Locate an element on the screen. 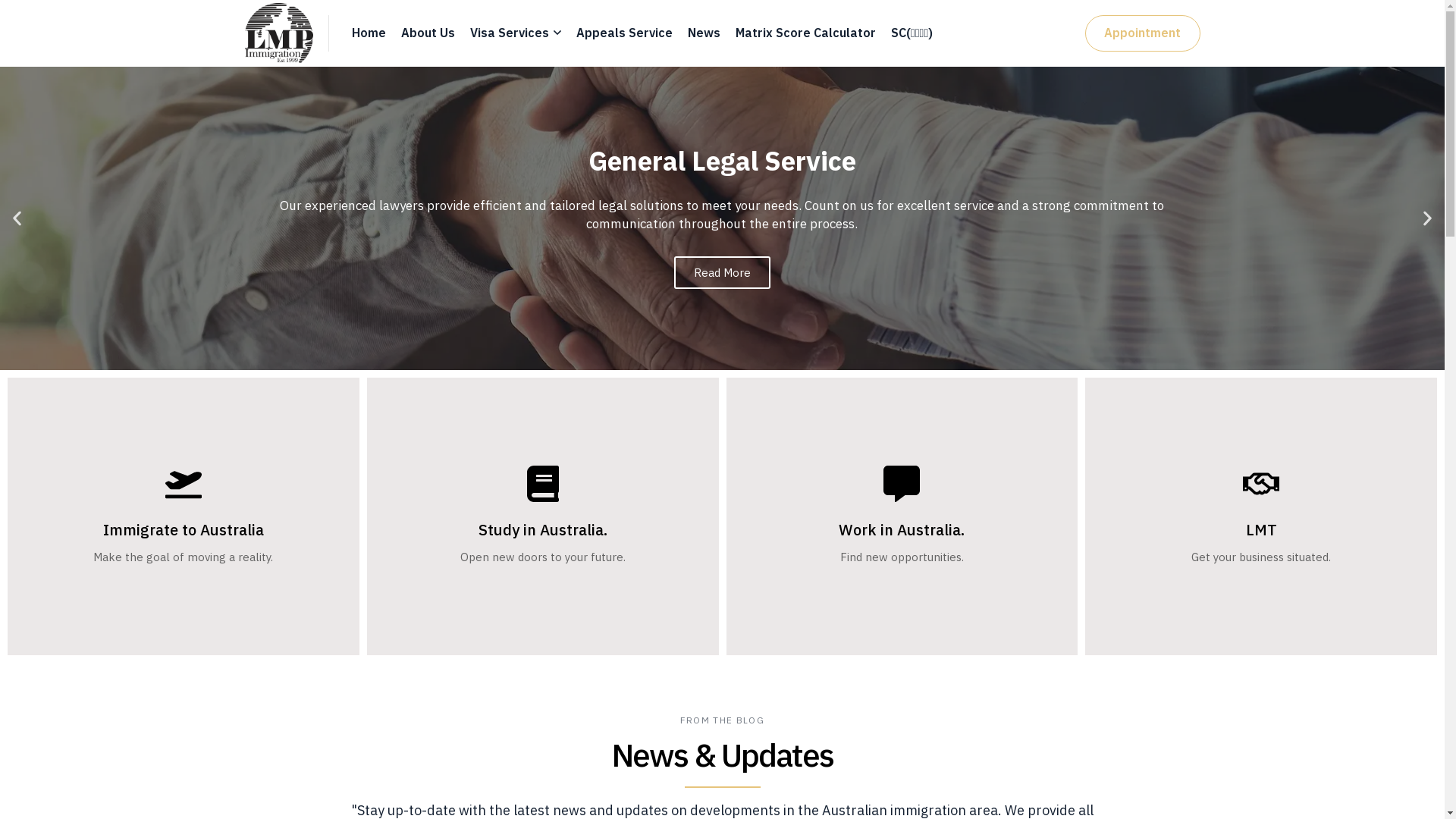 This screenshot has height=819, width=1456. 'Appeals Service' is located at coordinates (624, 32).